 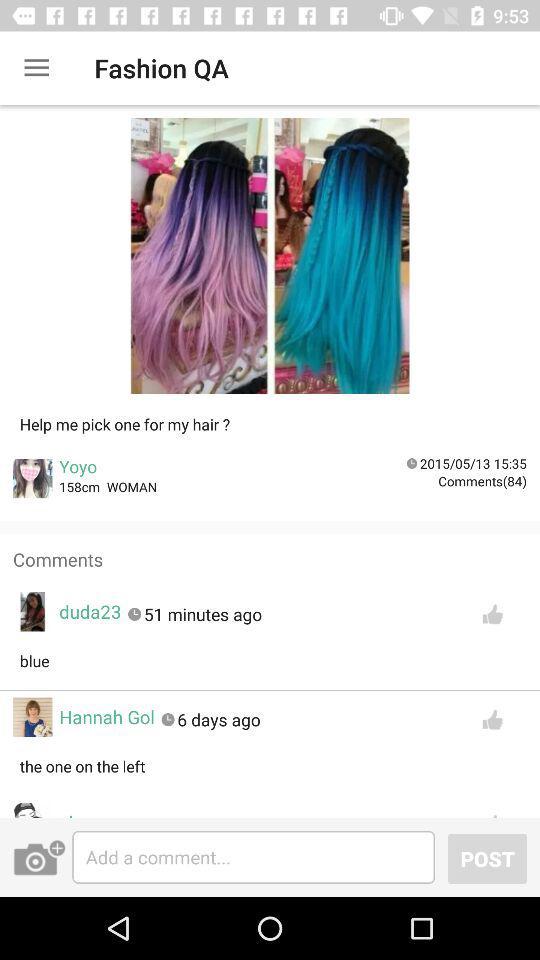 What do you see at coordinates (491, 811) in the screenshot?
I see `like the comment` at bounding box center [491, 811].